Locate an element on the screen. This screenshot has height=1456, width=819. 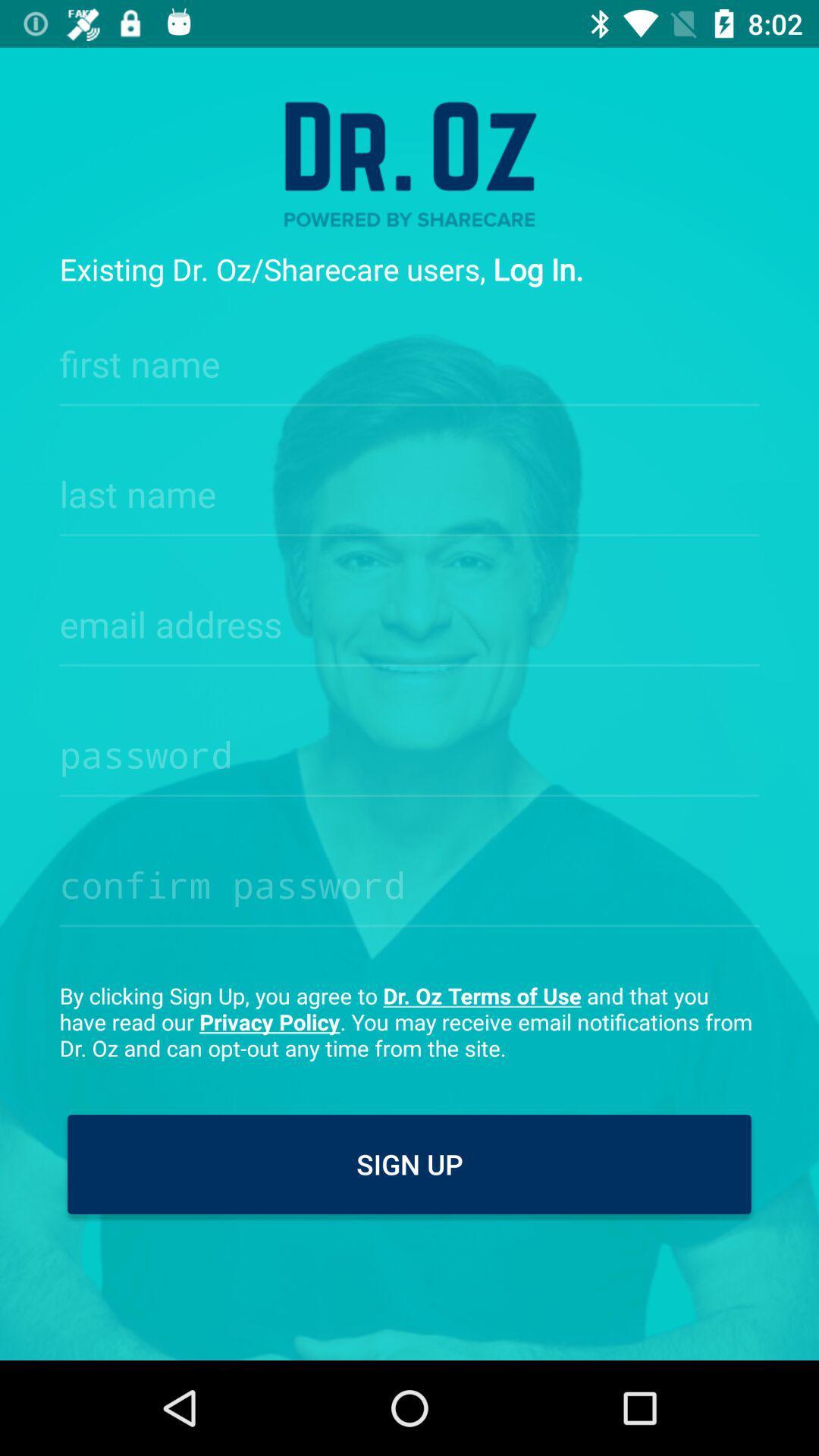
email address is located at coordinates (409, 620).